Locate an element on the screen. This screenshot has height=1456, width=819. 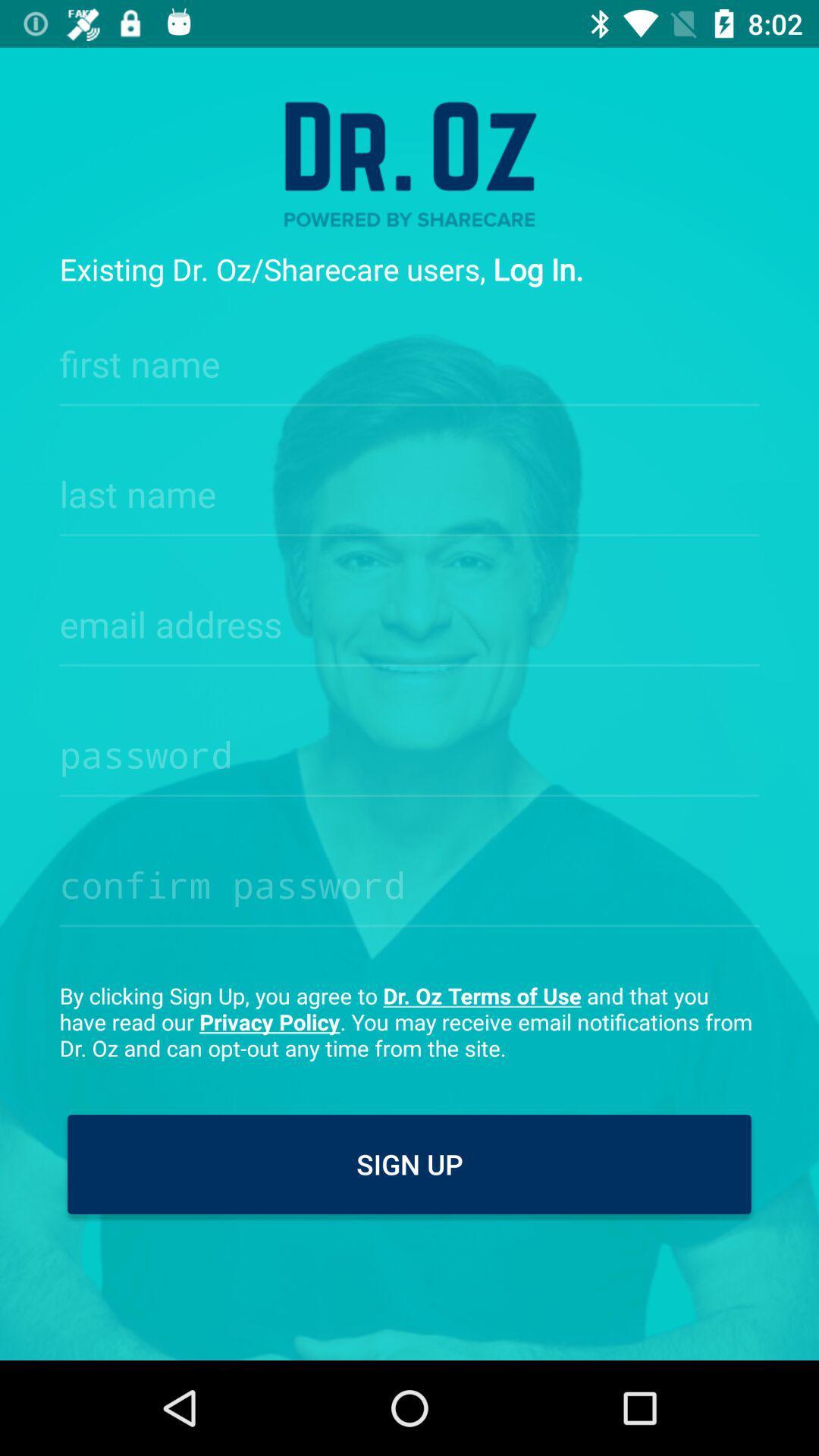
email address is located at coordinates (409, 620).